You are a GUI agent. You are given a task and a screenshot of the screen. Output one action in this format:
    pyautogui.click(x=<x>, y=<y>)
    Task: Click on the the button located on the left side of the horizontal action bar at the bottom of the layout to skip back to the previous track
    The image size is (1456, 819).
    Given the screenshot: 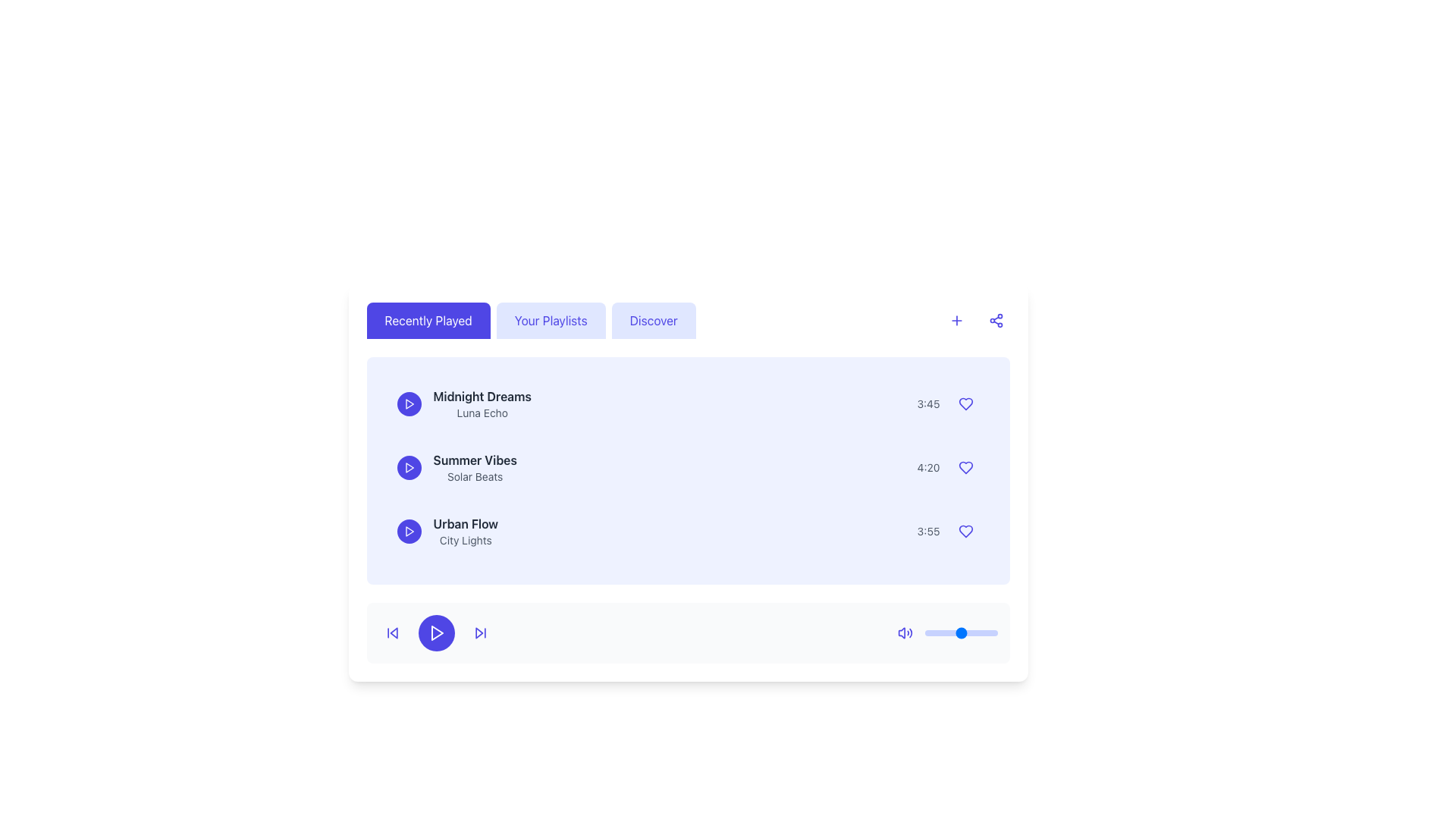 What is the action you would take?
    pyautogui.click(x=392, y=632)
    